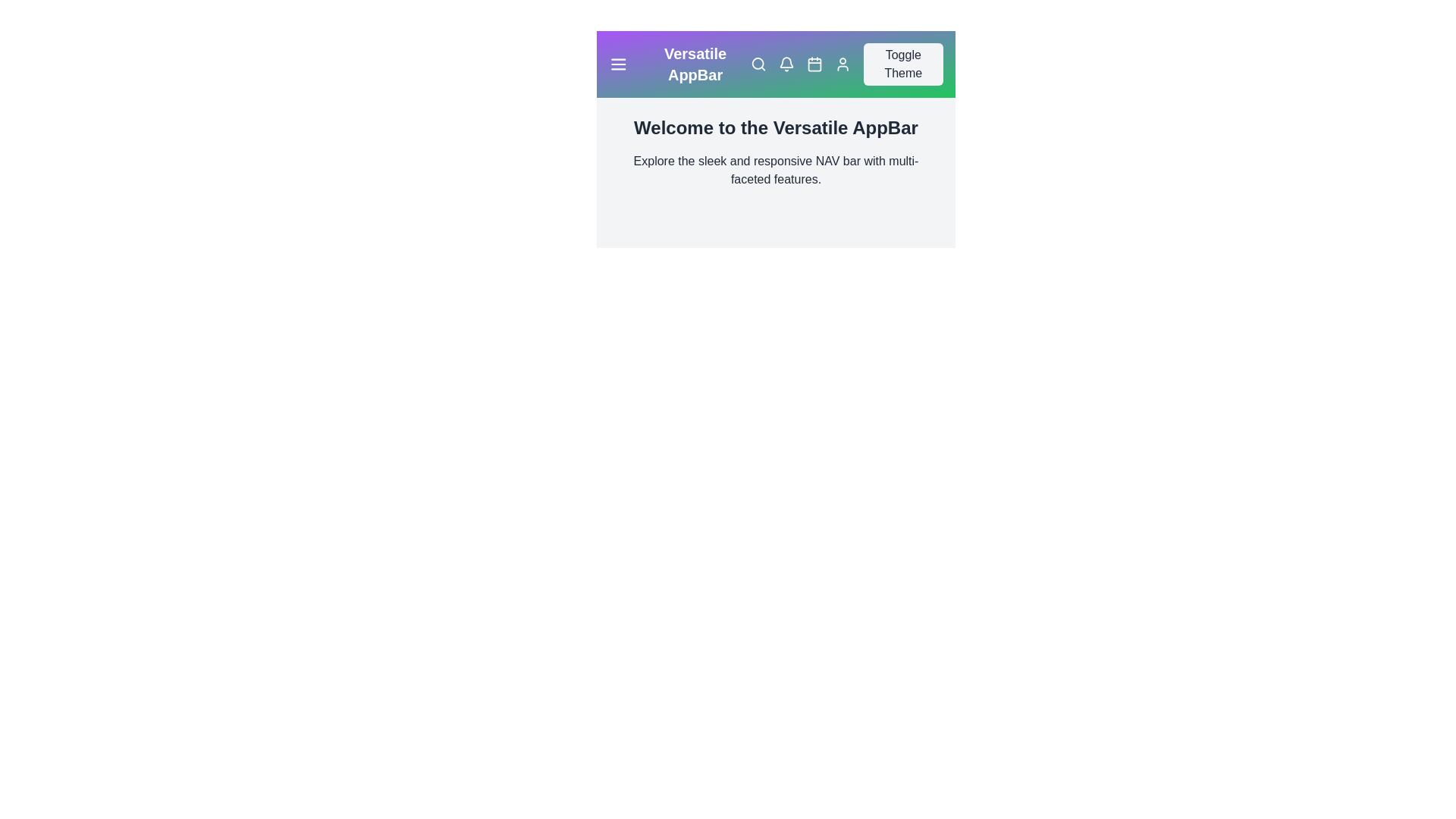 The image size is (1456, 819). I want to click on the user icon to access user options, so click(842, 63).